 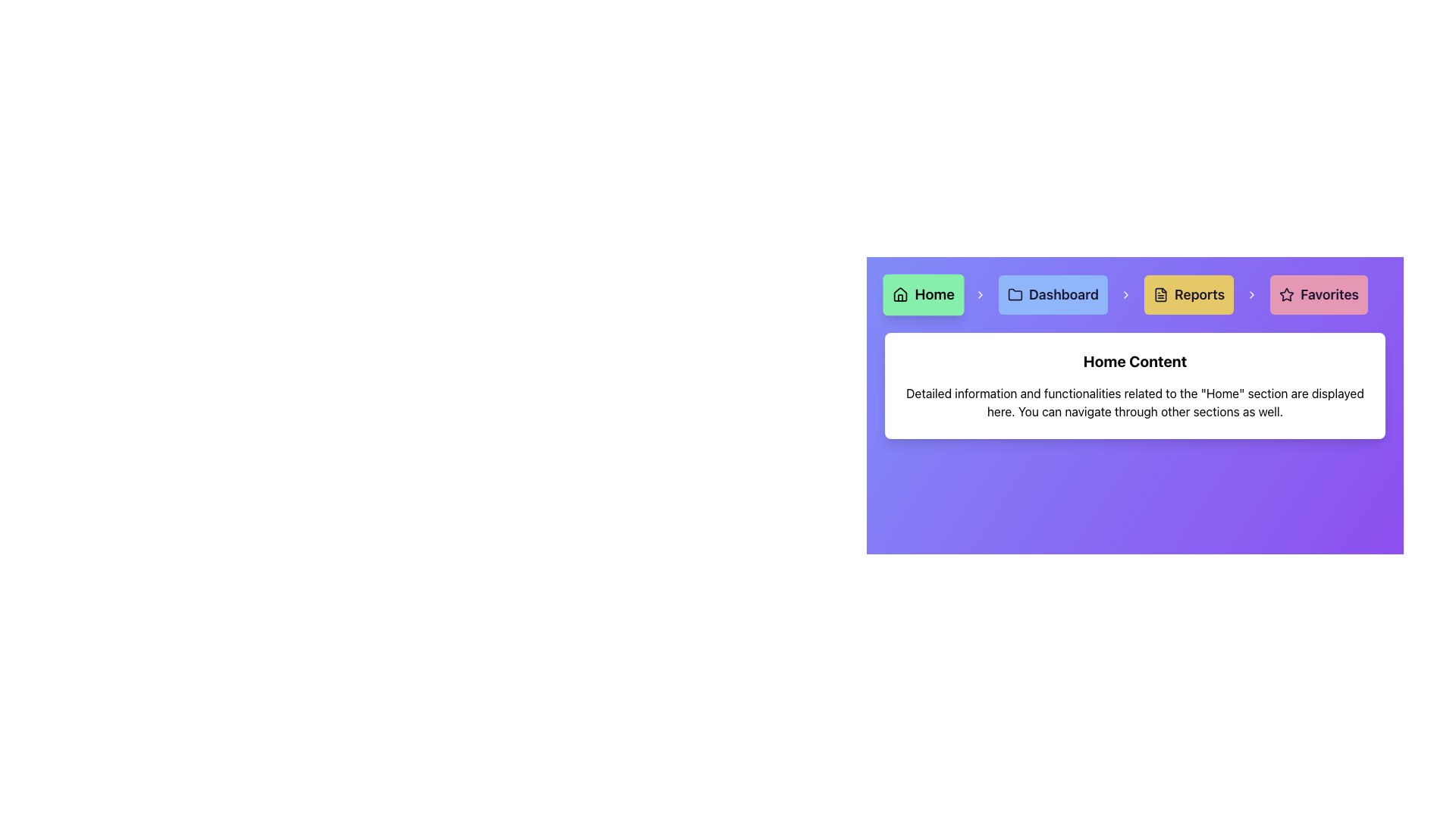 What do you see at coordinates (1188, 295) in the screenshot?
I see `the 'Reports' button, which is a rectangular button with rounded corners, yellow background, and bold black text, located between the 'Dashboard' and 'Favorites' buttons in the navigation bar` at bounding box center [1188, 295].